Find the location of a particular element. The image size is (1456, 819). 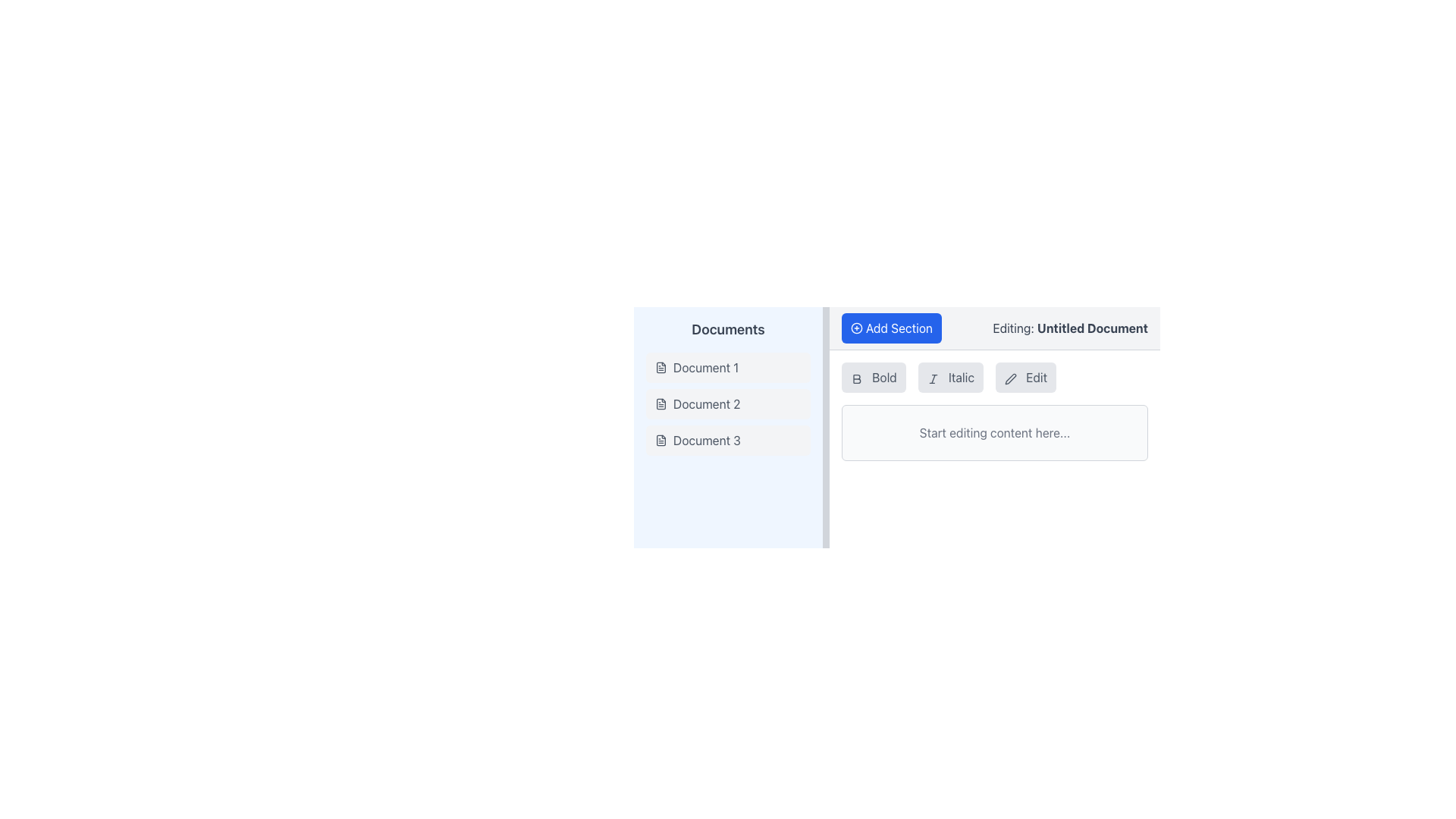

the document icon located to the left of 'Document 1' in the document navigation menu, which visually represents a document is located at coordinates (661, 368).